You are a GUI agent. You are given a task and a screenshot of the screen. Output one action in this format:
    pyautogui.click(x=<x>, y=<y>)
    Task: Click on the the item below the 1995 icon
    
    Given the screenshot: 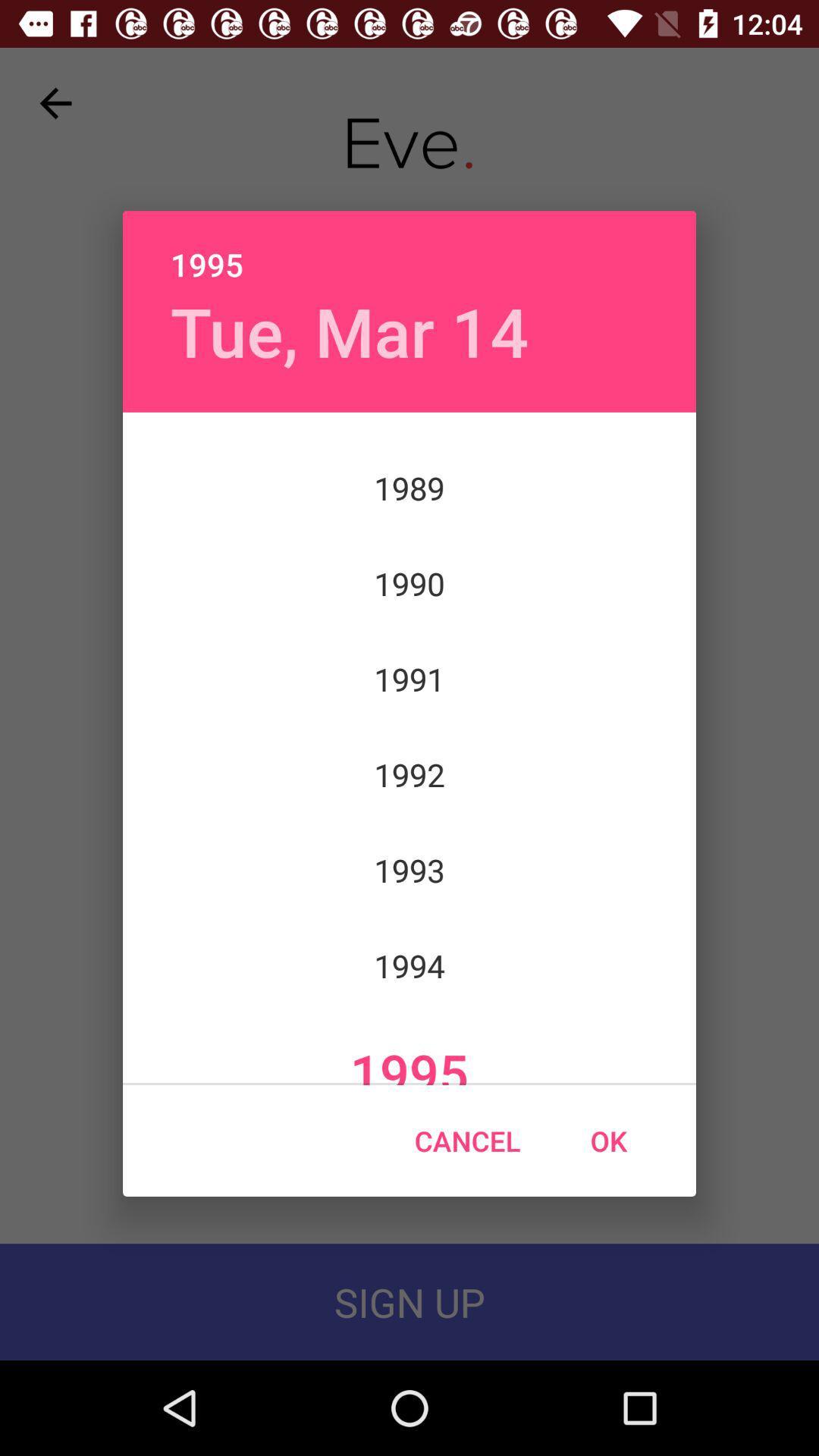 What is the action you would take?
    pyautogui.click(x=350, y=330)
    